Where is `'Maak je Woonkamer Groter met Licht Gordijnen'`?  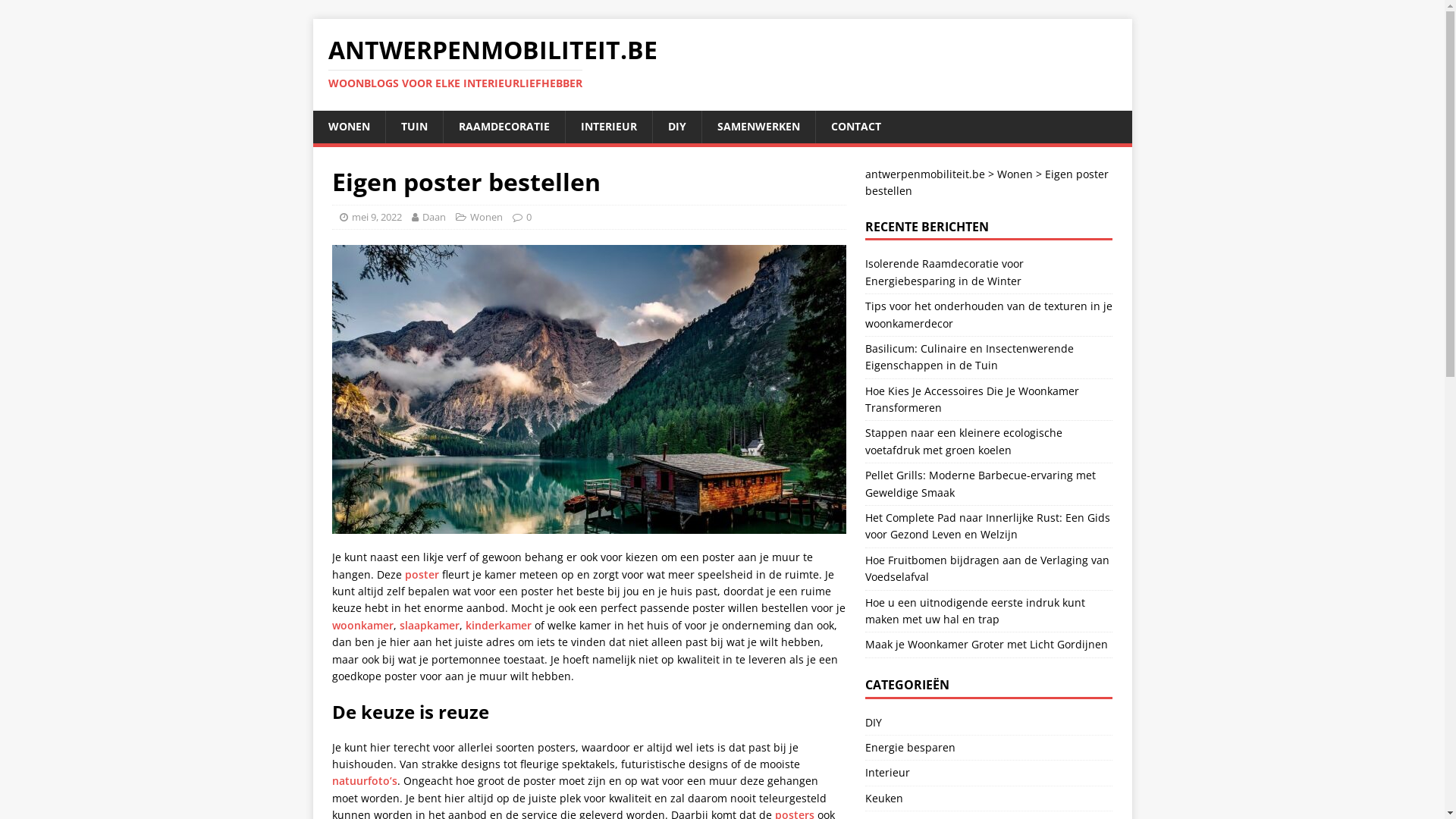
'Maak je Woonkamer Groter met Licht Gordijnen' is located at coordinates (986, 644).